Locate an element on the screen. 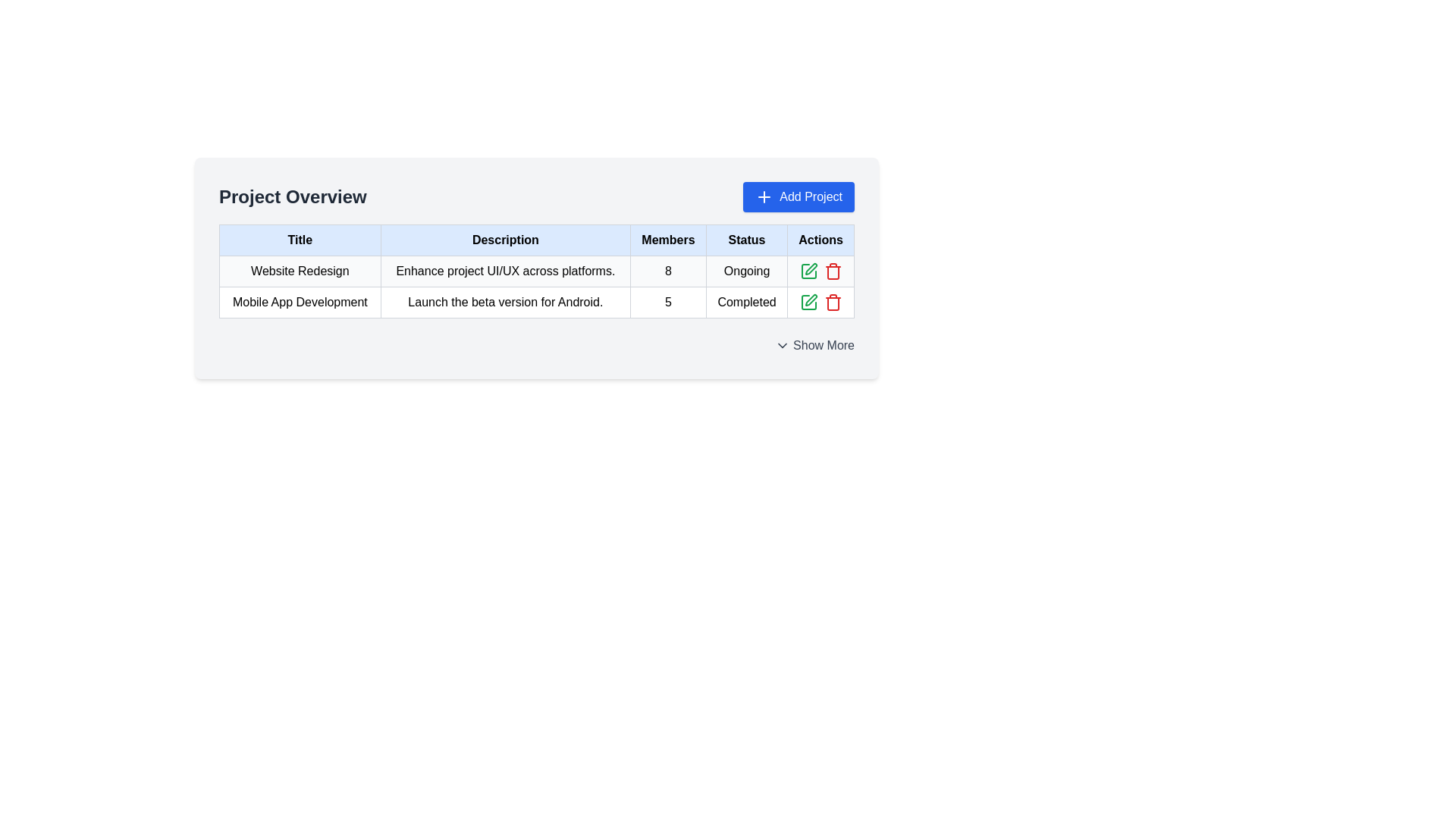 The image size is (1456, 819). the 'Completed' label in the 'Status' column of the 'Mobile App Development' row, which is the fourth cell of the data table is located at coordinates (747, 302).